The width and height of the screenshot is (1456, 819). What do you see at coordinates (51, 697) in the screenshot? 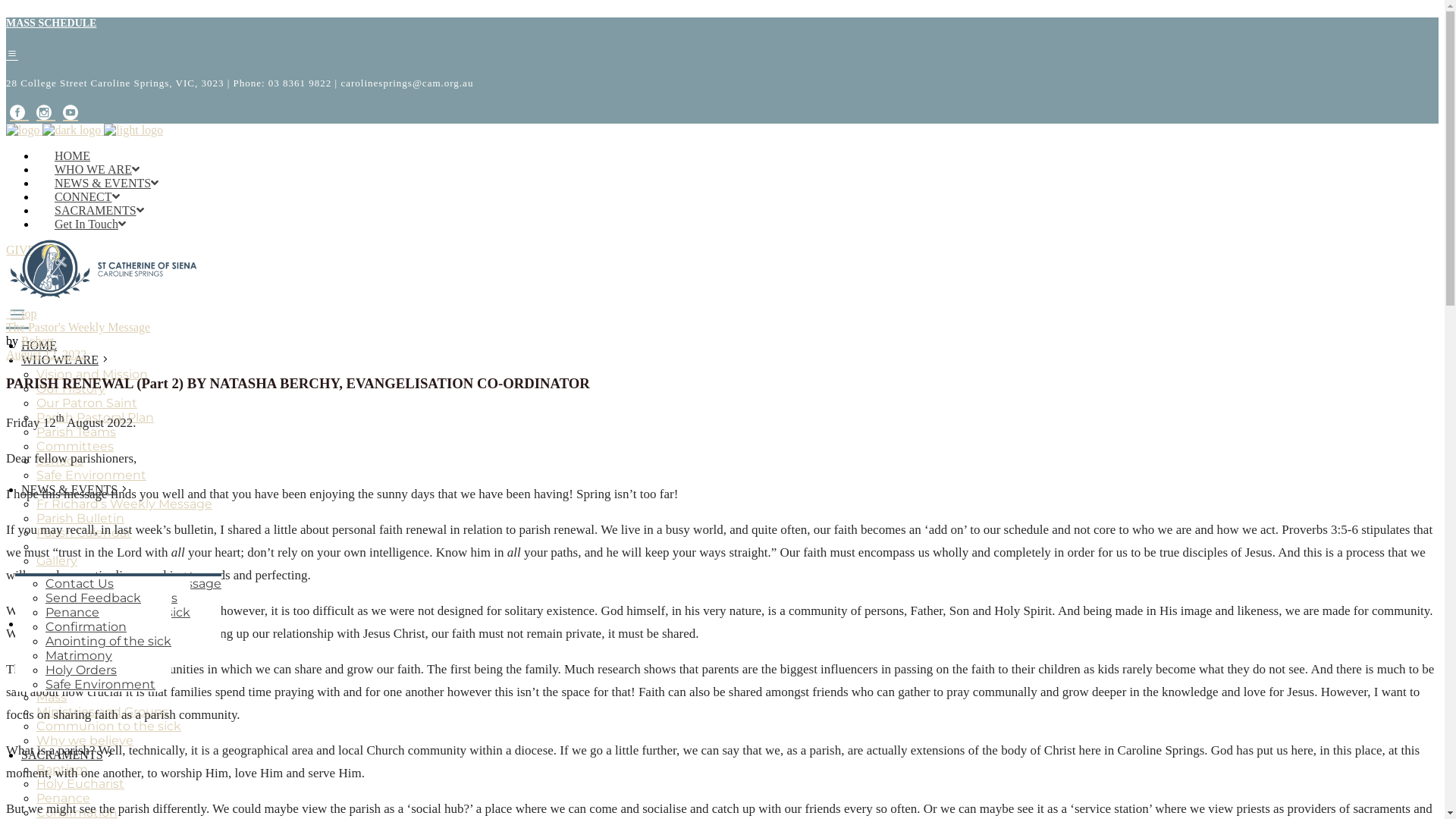
I see `'Mass'` at bounding box center [51, 697].